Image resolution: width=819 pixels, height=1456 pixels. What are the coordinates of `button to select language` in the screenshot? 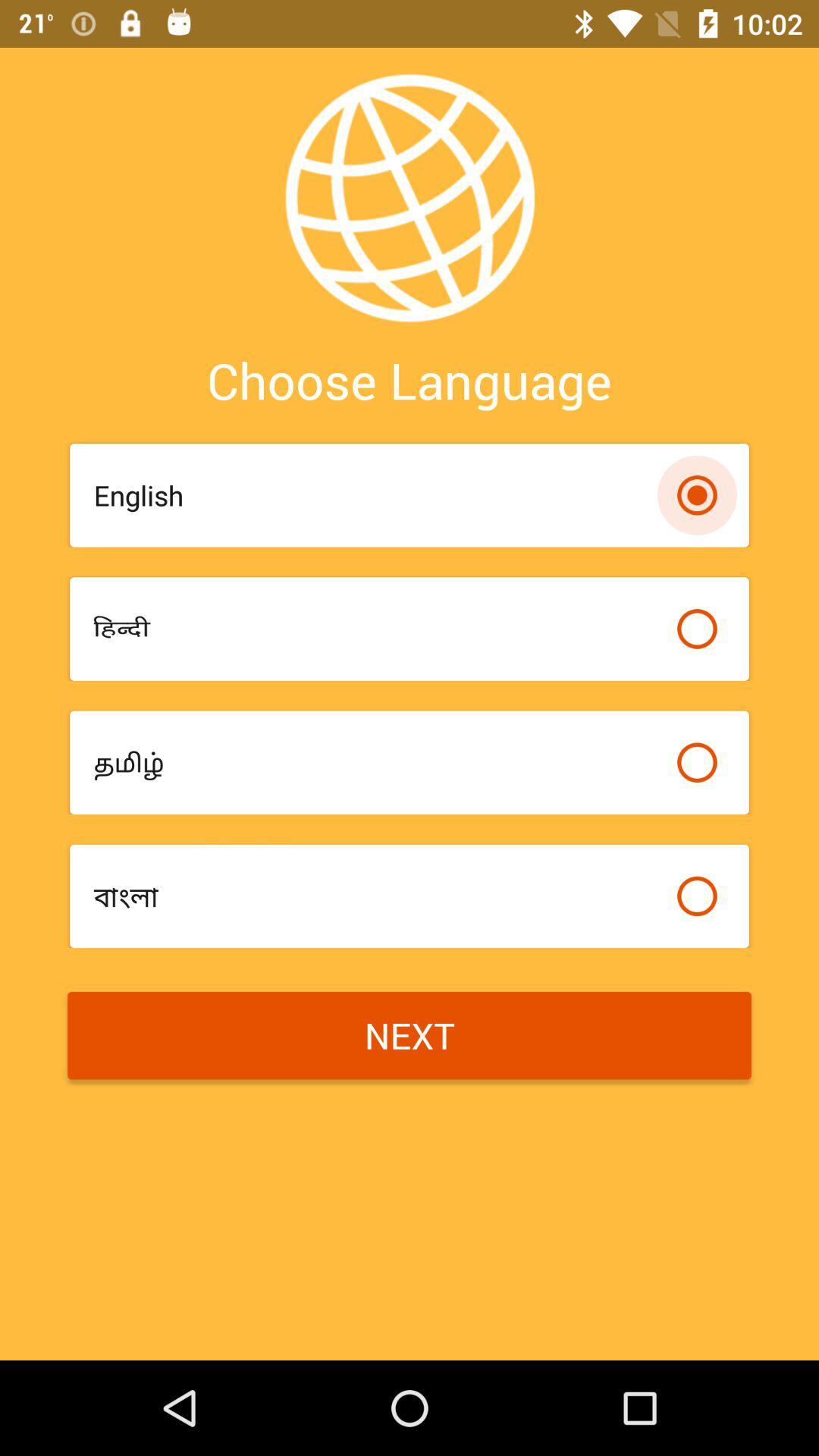 It's located at (697, 629).